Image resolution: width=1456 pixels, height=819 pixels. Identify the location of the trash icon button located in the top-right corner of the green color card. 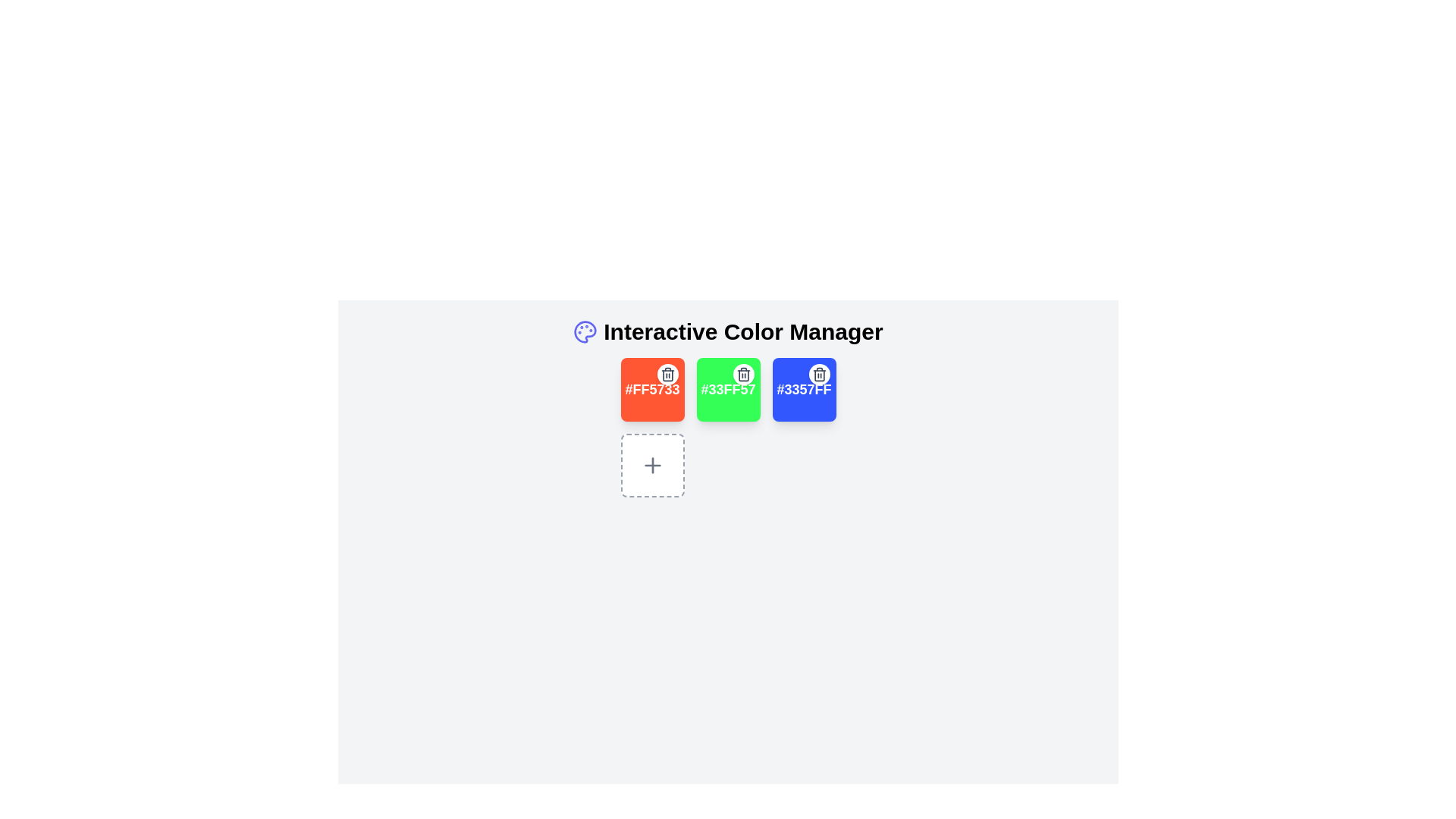
(667, 374).